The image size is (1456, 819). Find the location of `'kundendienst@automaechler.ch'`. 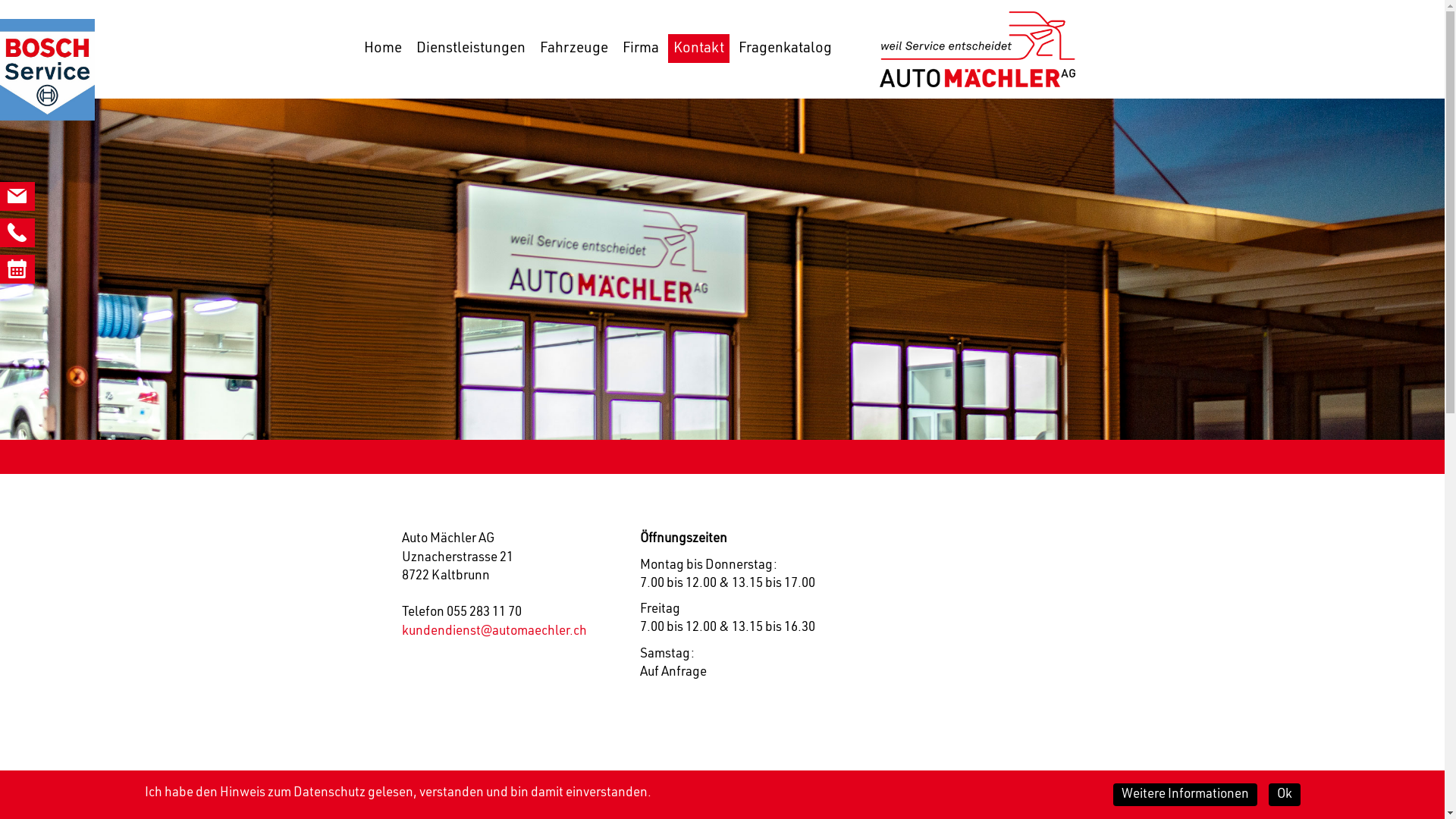

'kundendienst@automaechler.ch' is located at coordinates (401, 631).